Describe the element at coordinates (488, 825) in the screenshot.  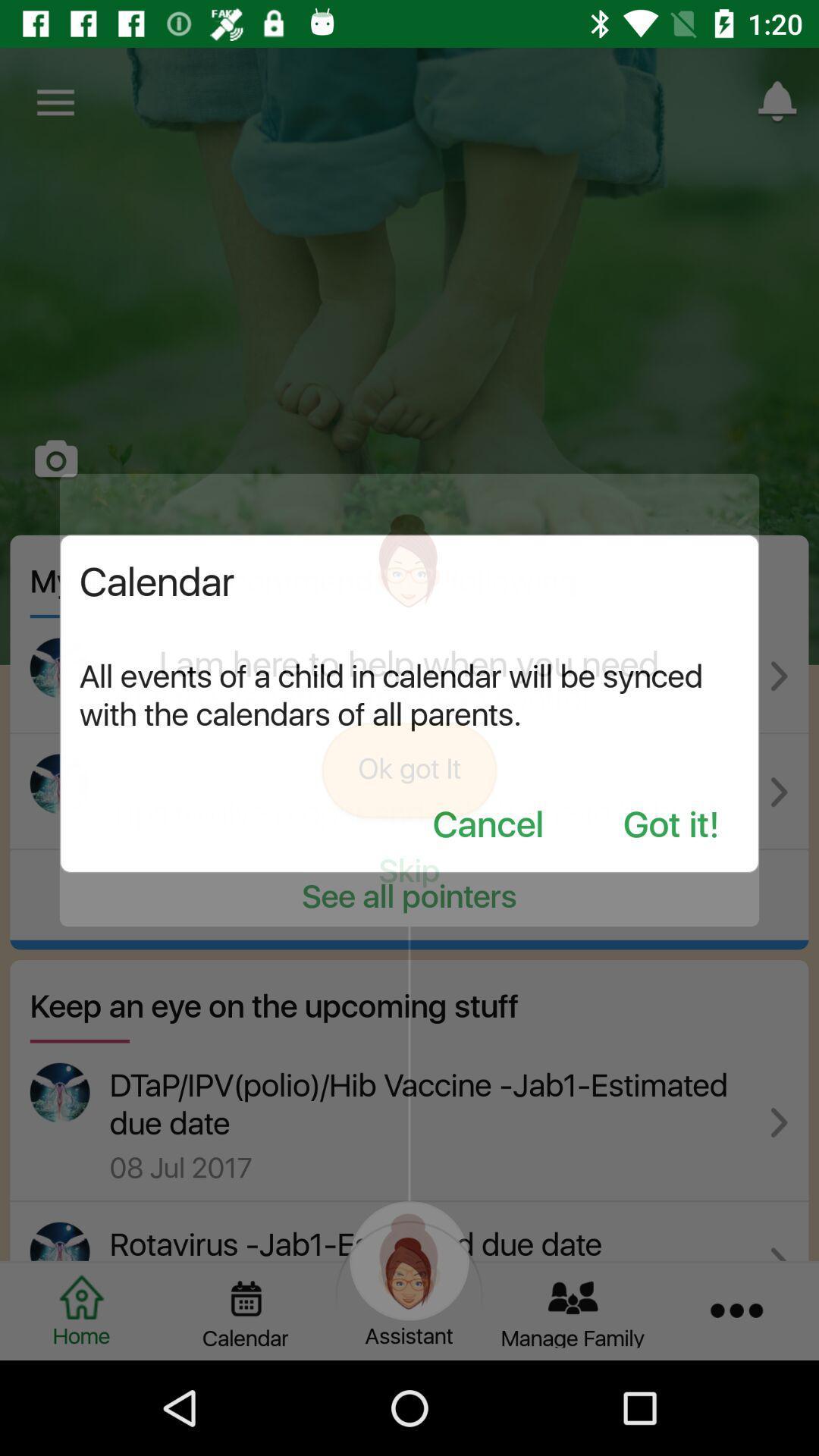
I see `the cancel` at that location.